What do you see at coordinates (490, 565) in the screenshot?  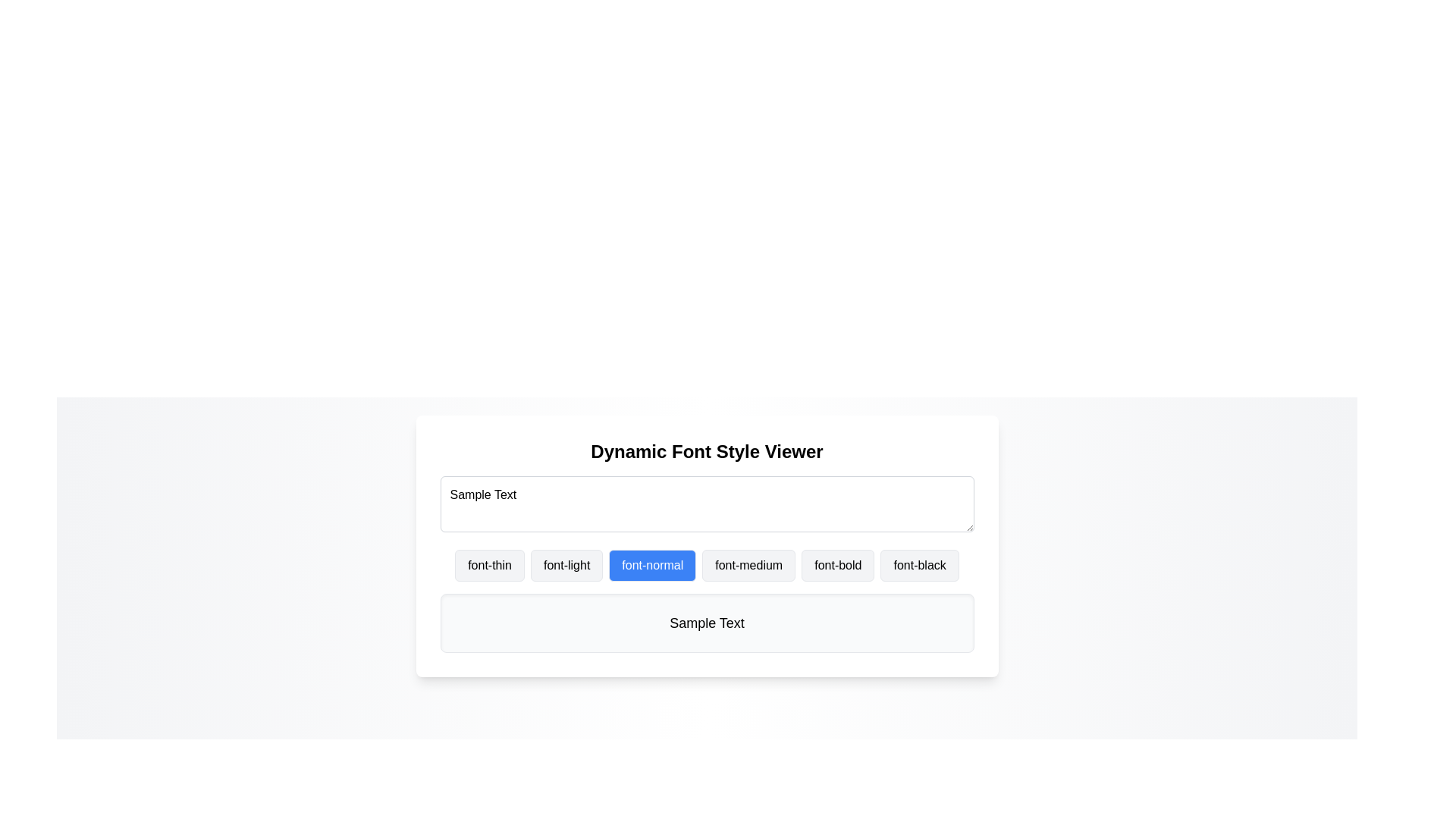 I see `the leftmost button in the group of six buttons` at bounding box center [490, 565].